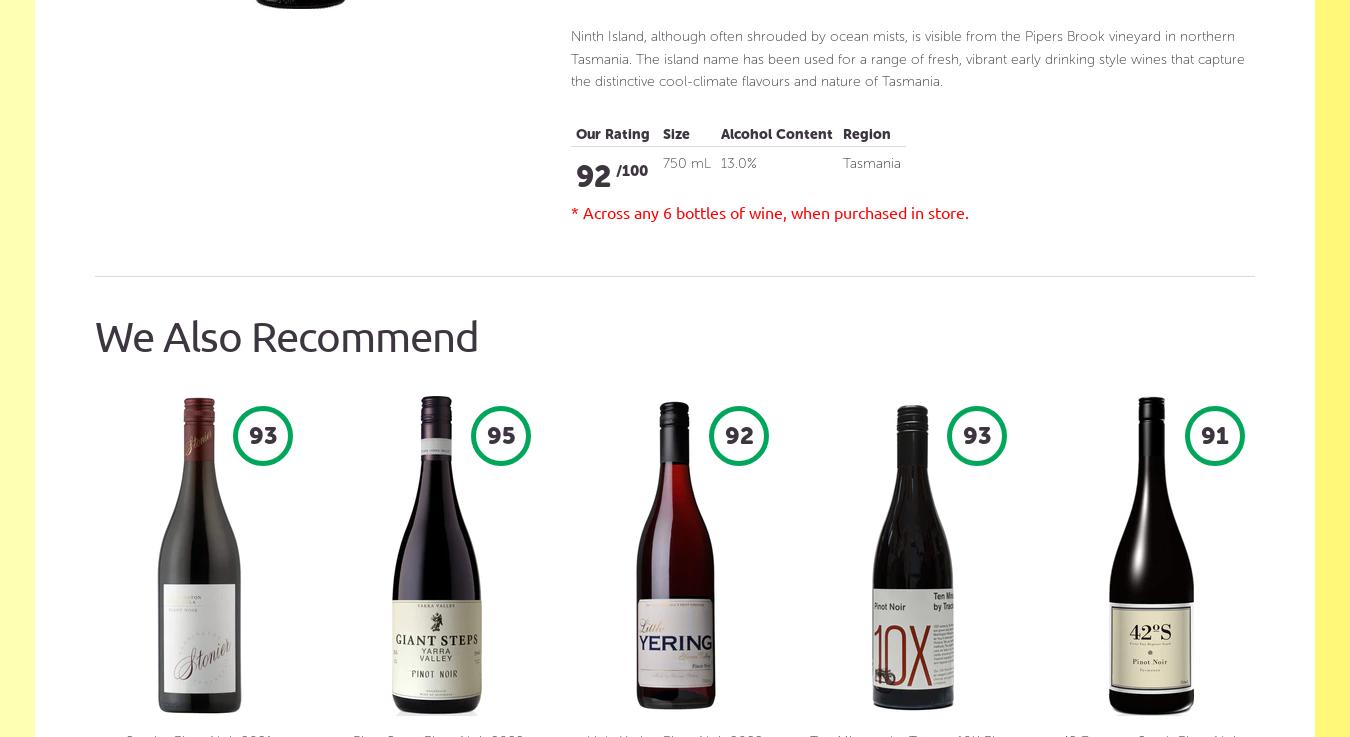 This screenshot has width=1350, height=737. Describe the element at coordinates (387, 176) in the screenshot. I see `'Organic & Preservative Free White Wine'` at that location.